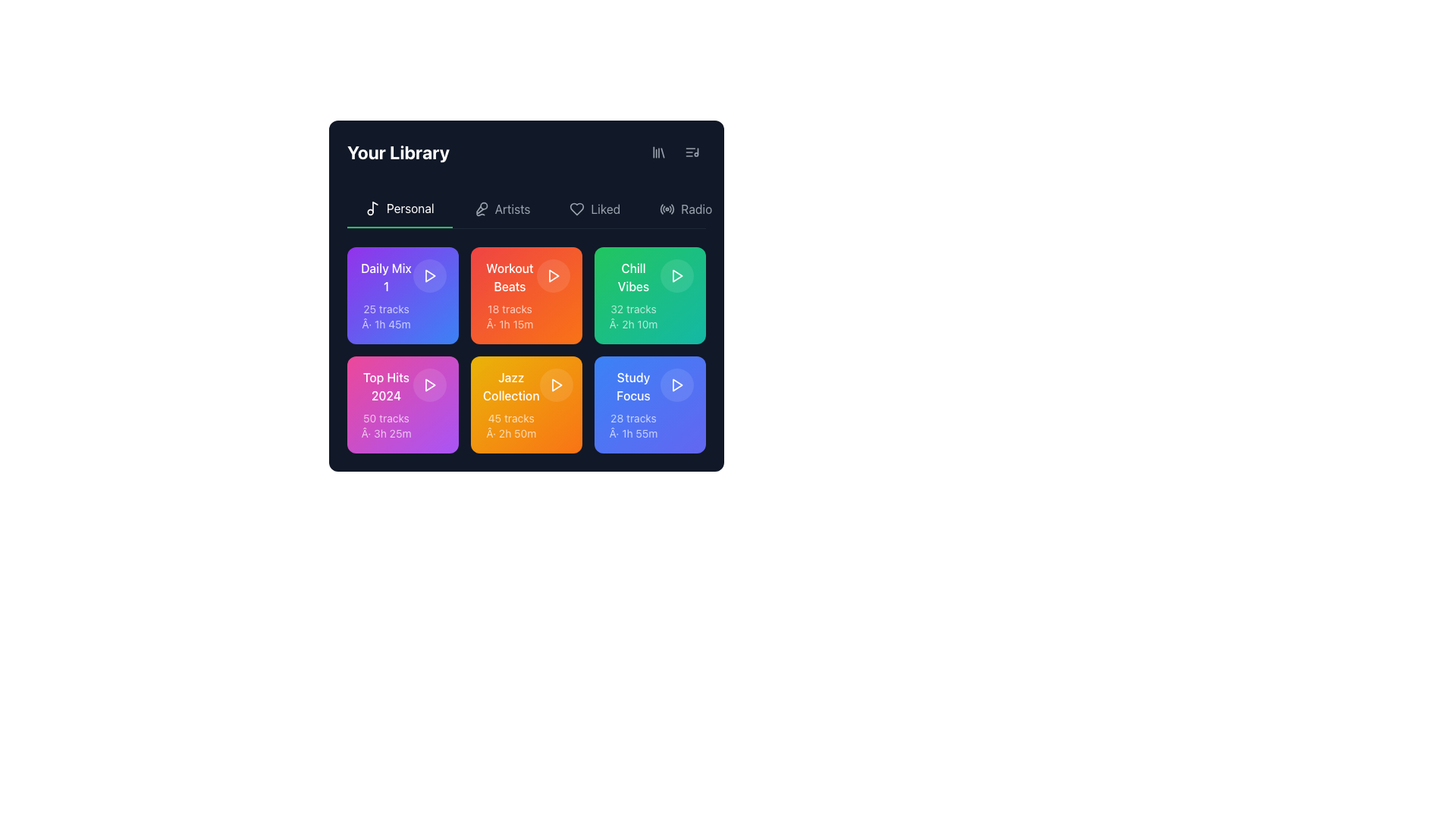 This screenshot has height=819, width=1456. What do you see at coordinates (556, 384) in the screenshot?
I see `the media play icon located in the bottom row of six square tiles, specifically the second tile from the left, to initiate playback` at bounding box center [556, 384].